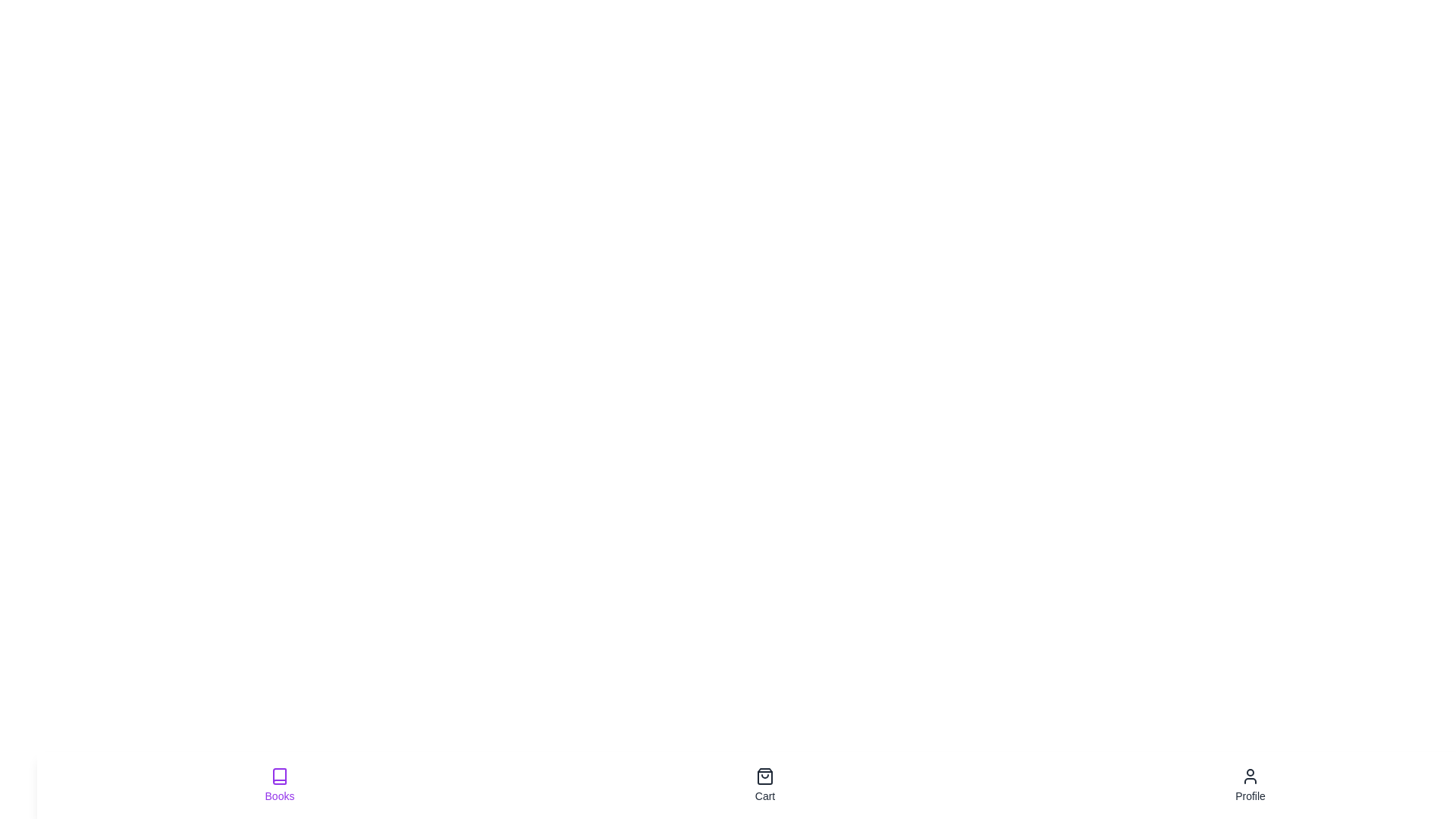 This screenshot has width=1456, height=819. Describe the element at coordinates (764, 785) in the screenshot. I see `the tab labeled Cart to observe the hover effect` at that location.